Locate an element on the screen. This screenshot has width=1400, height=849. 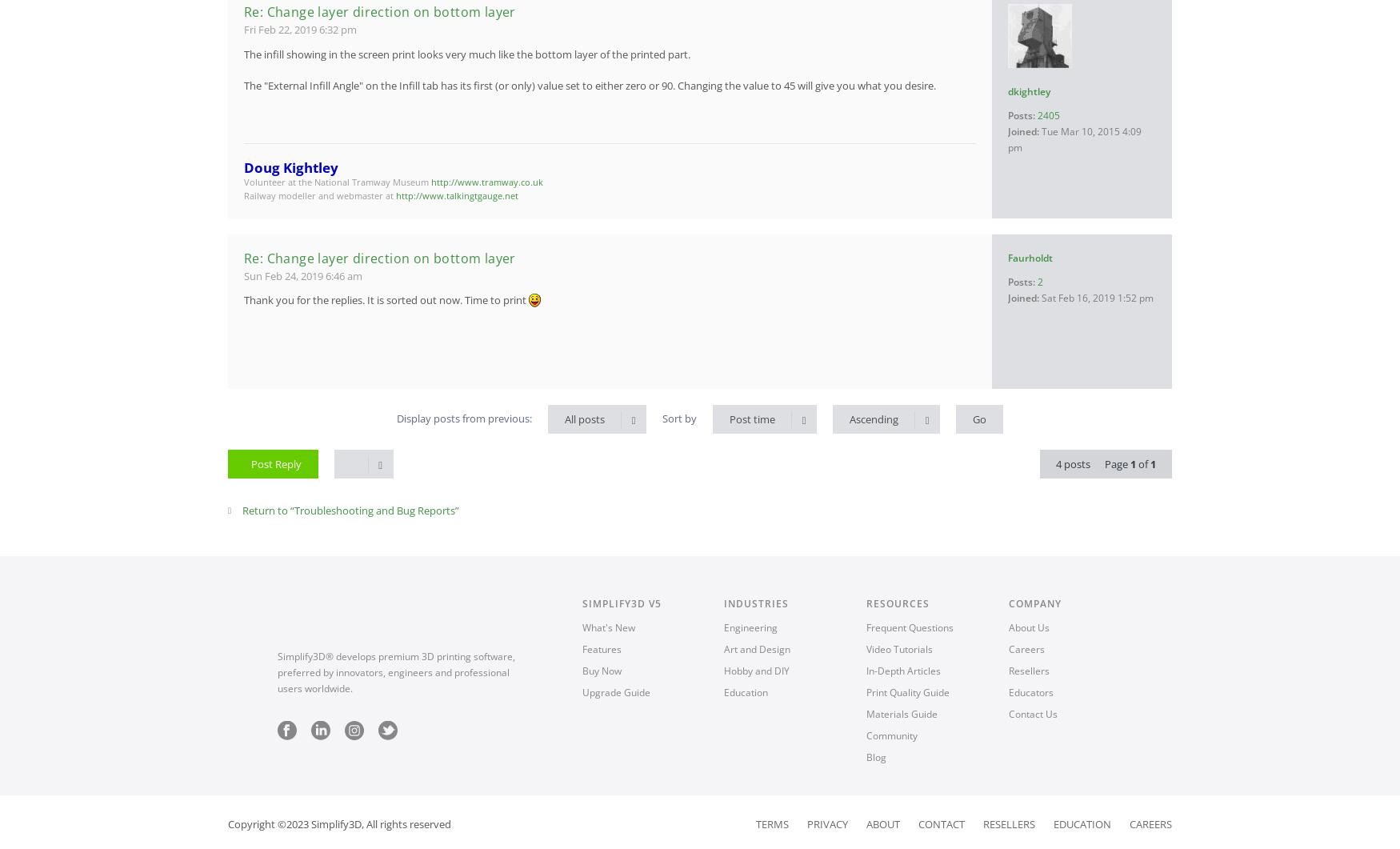
'Resellers' is located at coordinates (1008, 822).